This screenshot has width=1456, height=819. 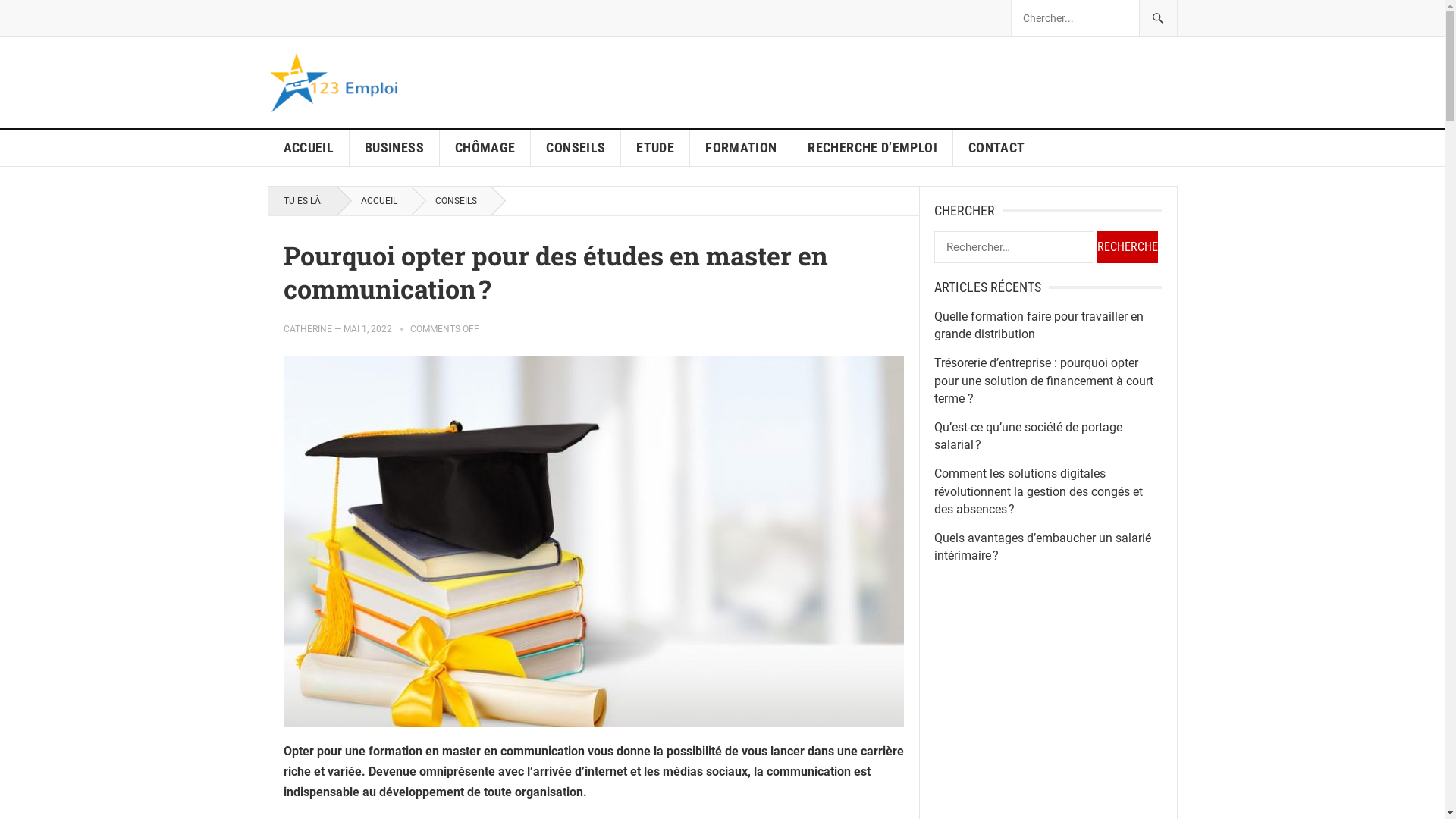 I want to click on 'CONTACT', so click(x=997, y=148).